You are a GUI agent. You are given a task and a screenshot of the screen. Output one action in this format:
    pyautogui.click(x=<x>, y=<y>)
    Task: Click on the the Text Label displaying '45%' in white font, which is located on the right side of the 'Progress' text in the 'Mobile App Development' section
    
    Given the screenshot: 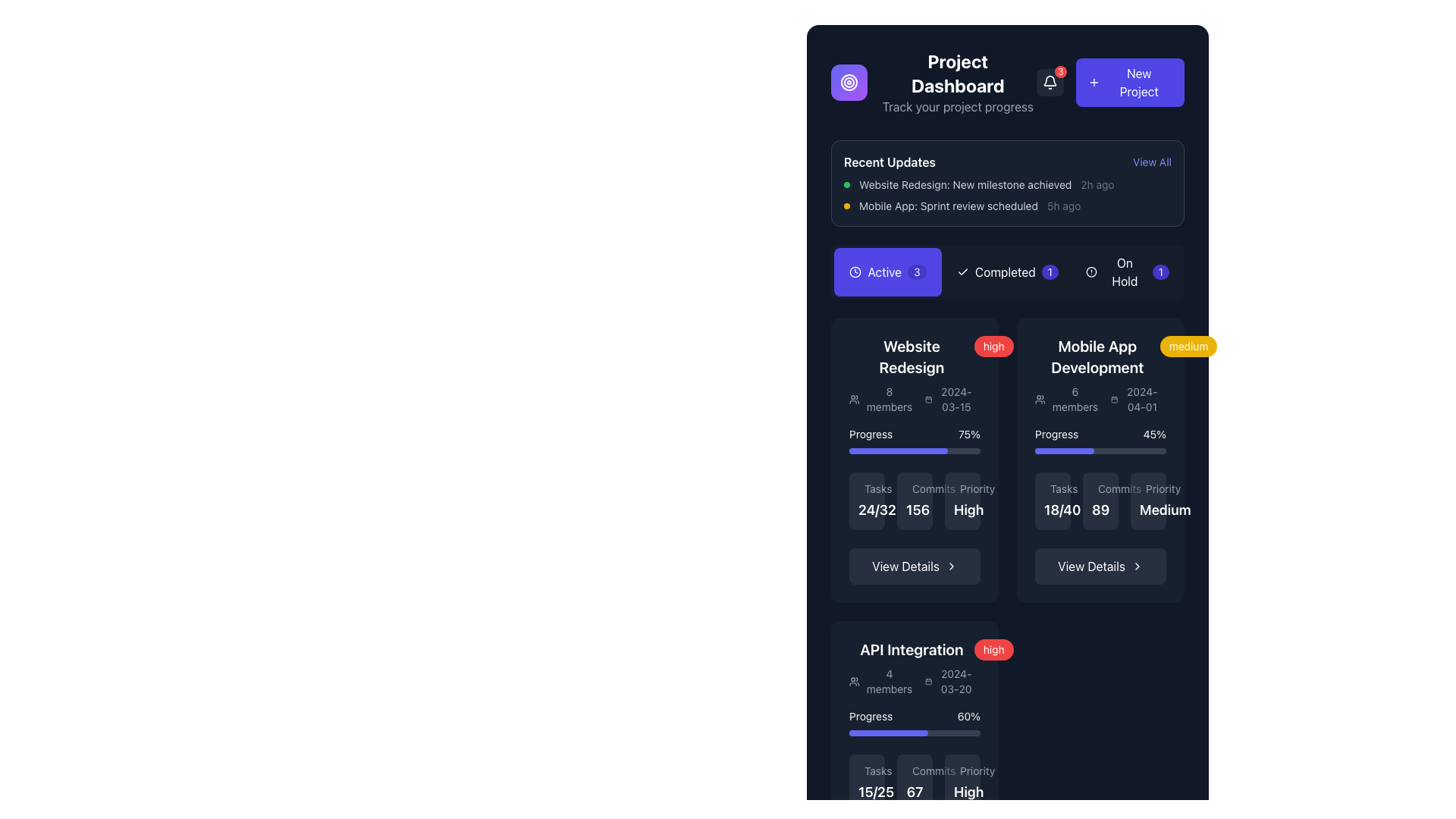 What is the action you would take?
    pyautogui.click(x=1153, y=435)
    